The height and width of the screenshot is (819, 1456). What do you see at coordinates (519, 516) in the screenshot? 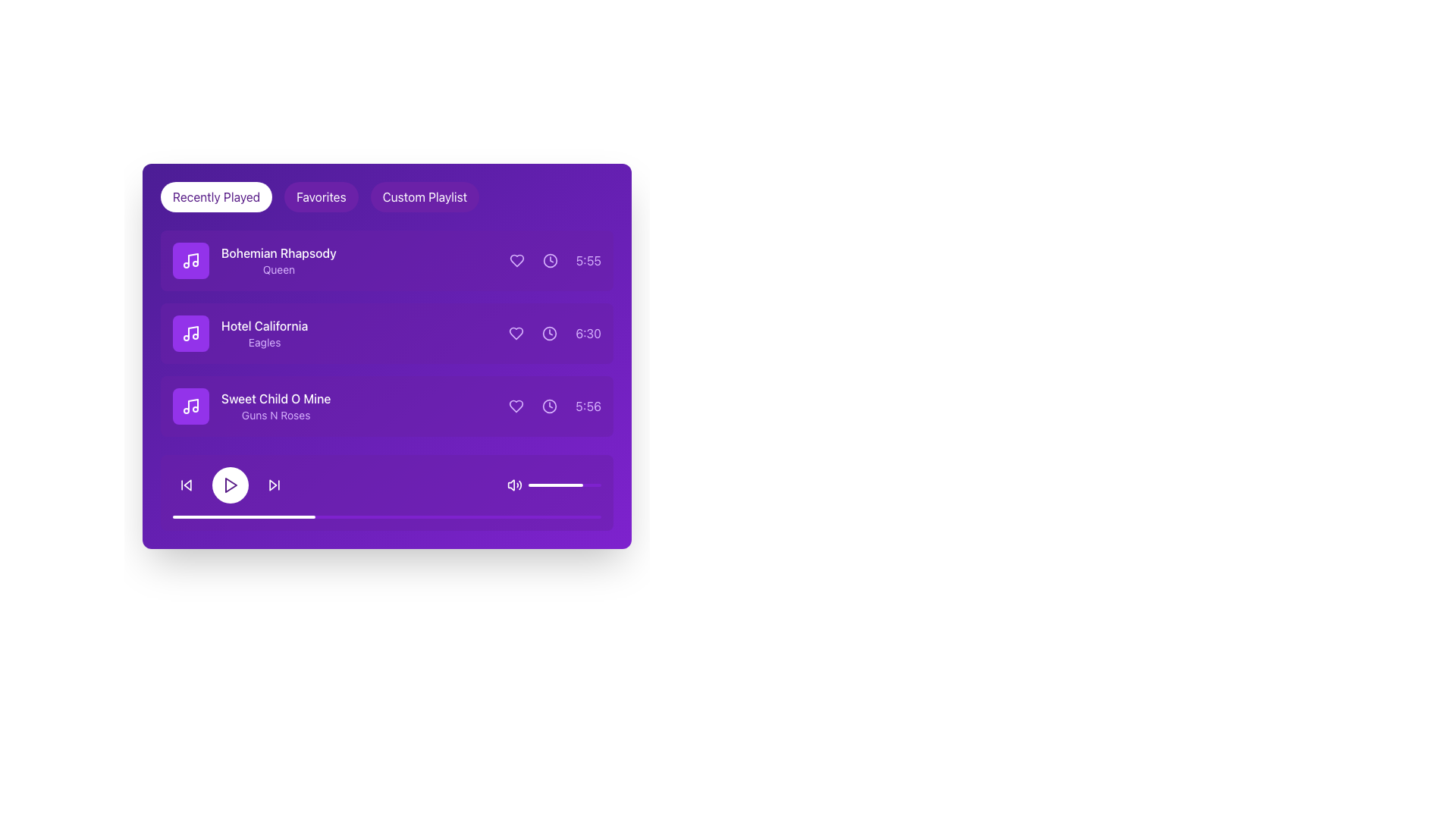
I see `the progress bar` at bounding box center [519, 516].